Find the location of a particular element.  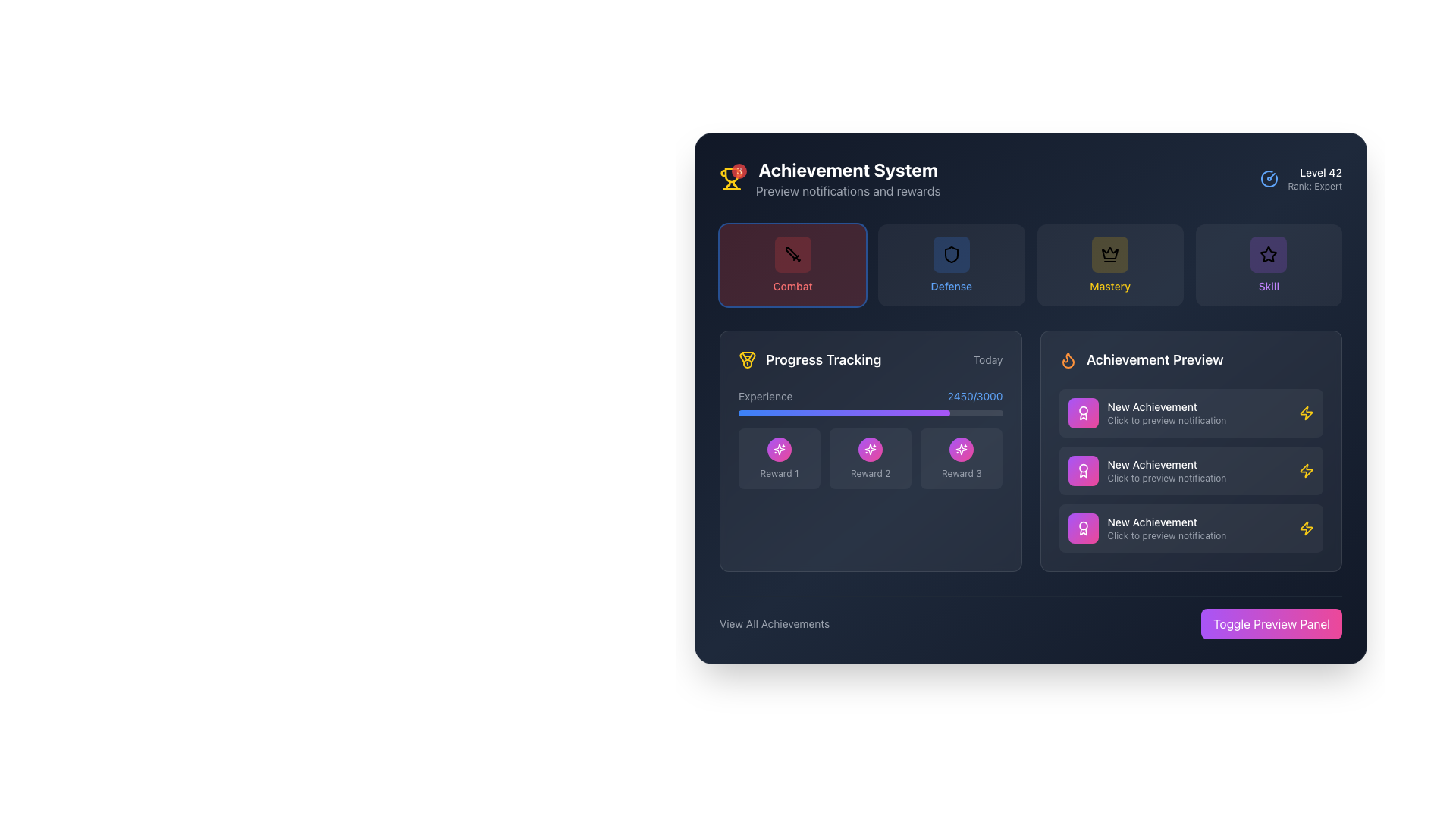

the progress is located at coordinates (789, 413).